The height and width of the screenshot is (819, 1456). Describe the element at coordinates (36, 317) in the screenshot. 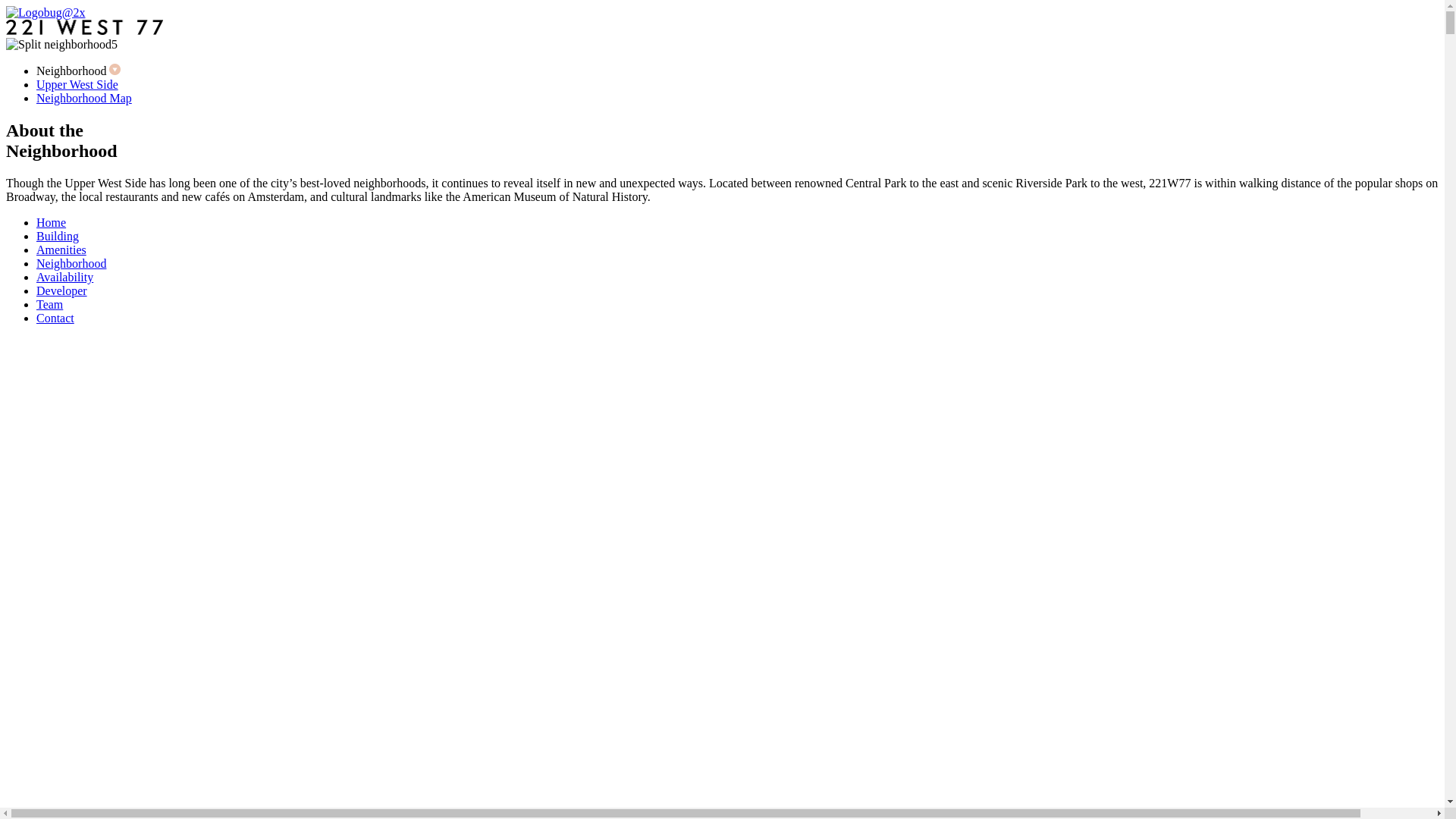

I see `'Contact'` at that location.